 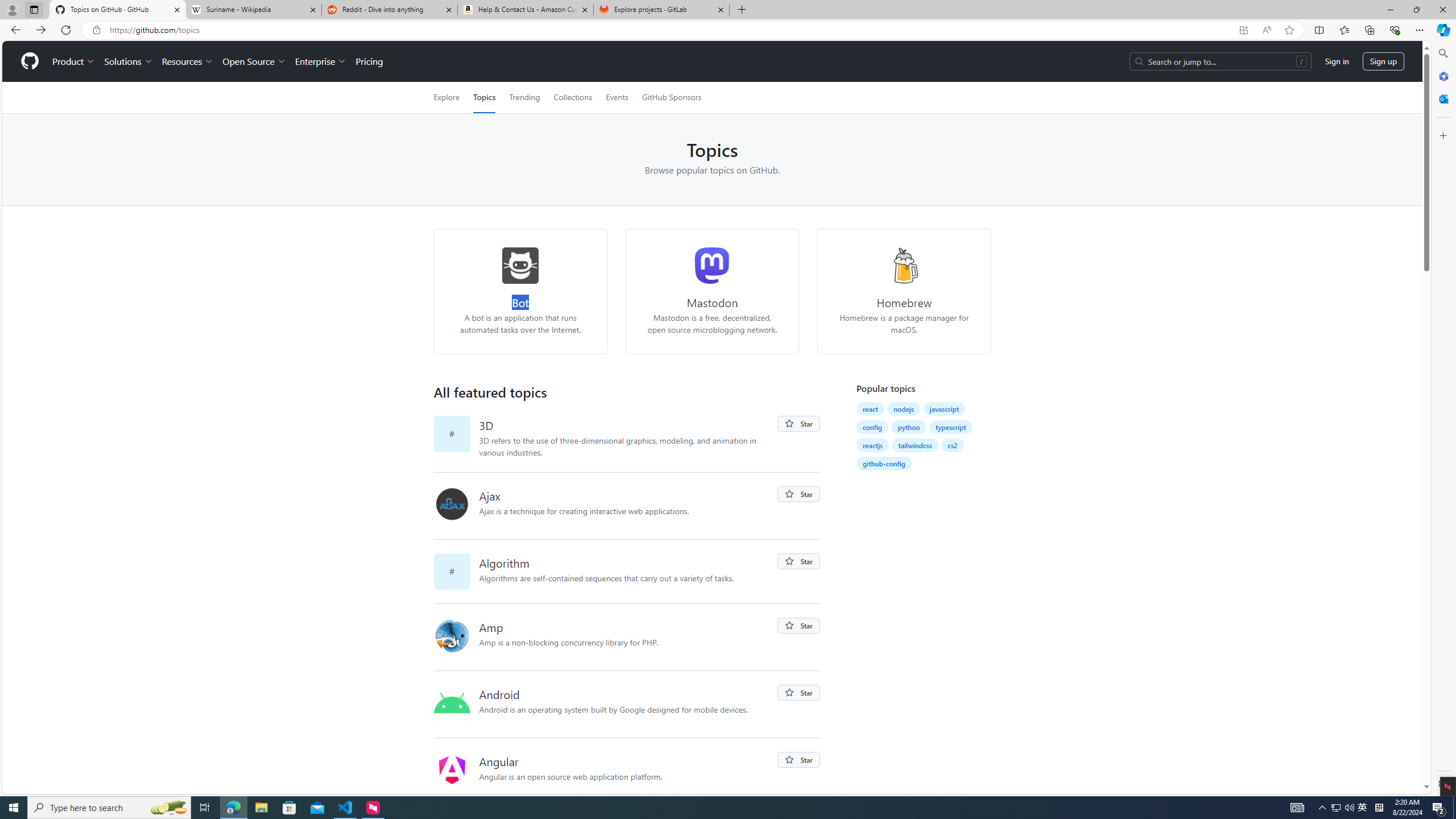 What do you see at coordinates (953, 445) in the screenshot?
I see `'cs2'` at bounding box center [953, 445].